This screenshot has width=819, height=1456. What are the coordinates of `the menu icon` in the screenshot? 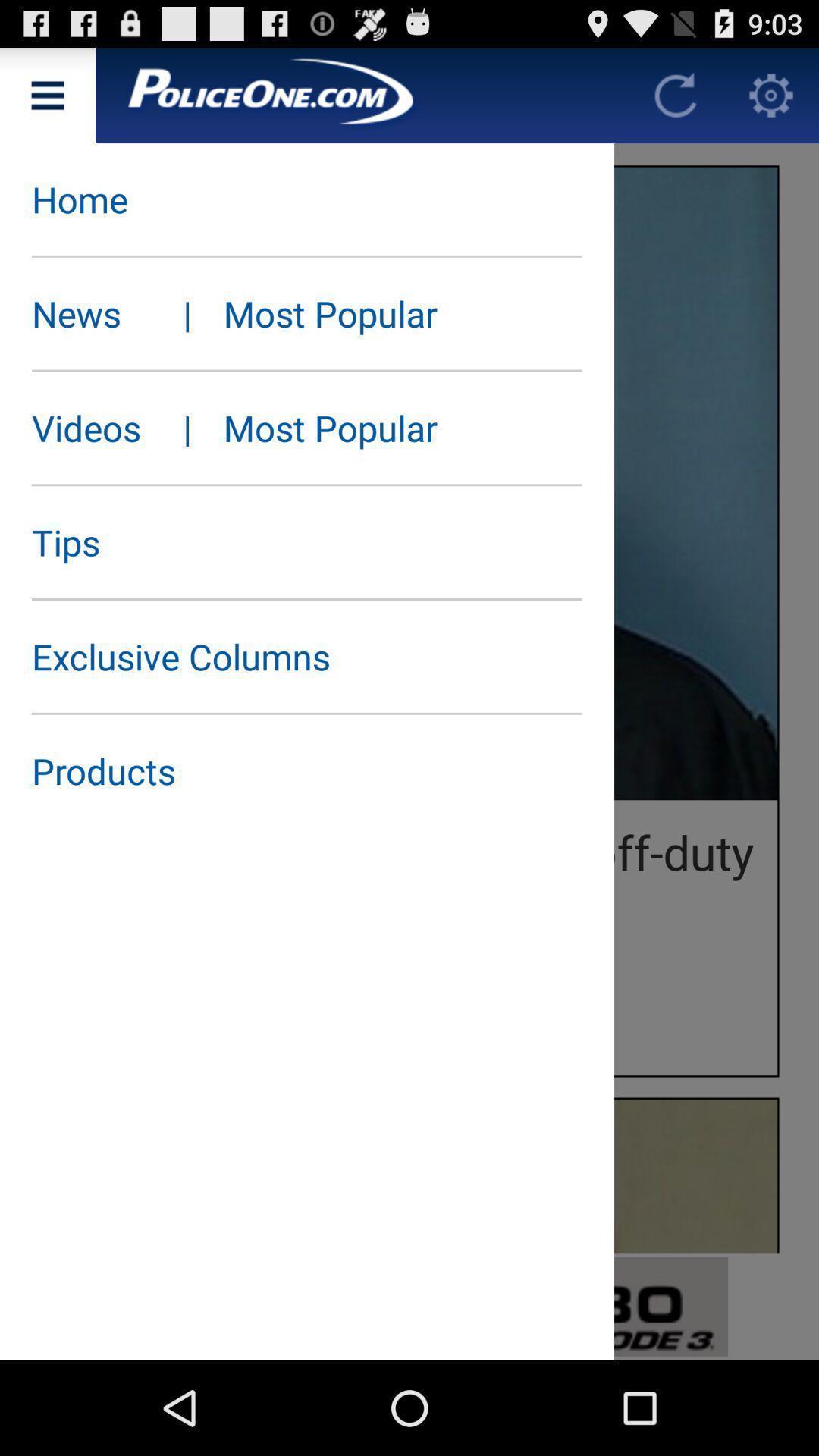 It's located at (46, 101).